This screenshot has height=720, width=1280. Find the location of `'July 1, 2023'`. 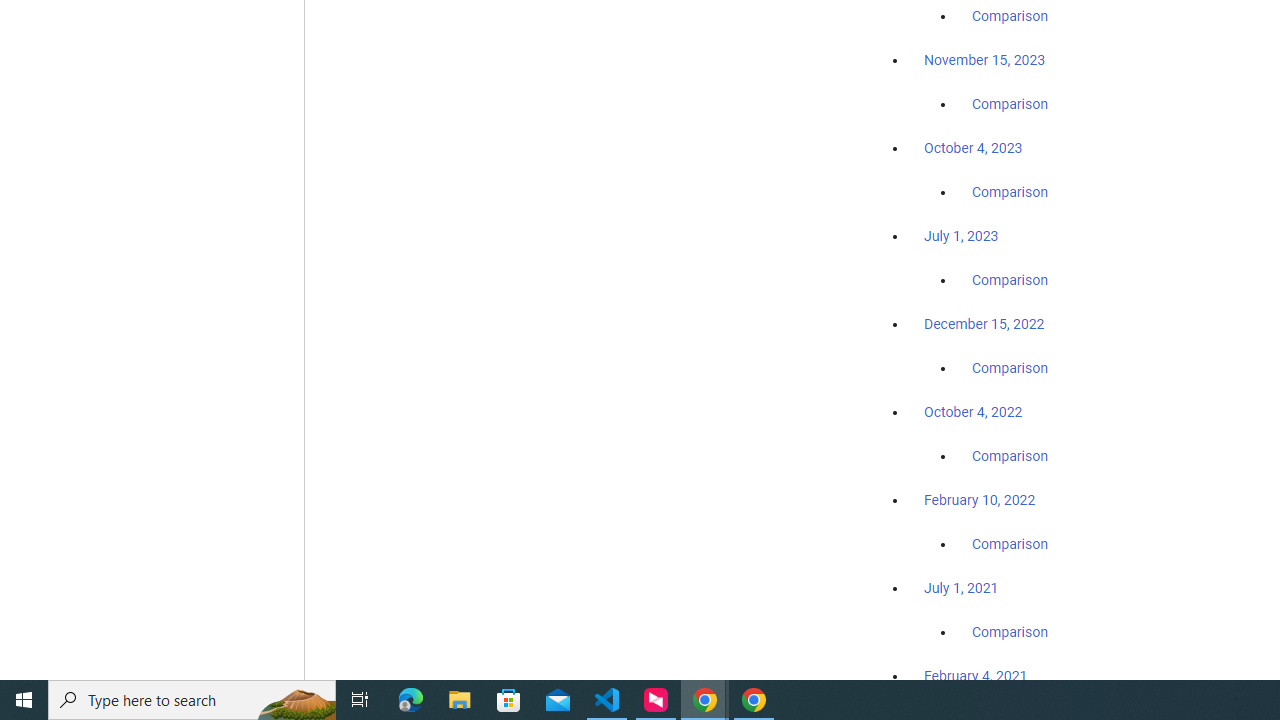

'July 1, 2023' is located at coordinates (961, 235).